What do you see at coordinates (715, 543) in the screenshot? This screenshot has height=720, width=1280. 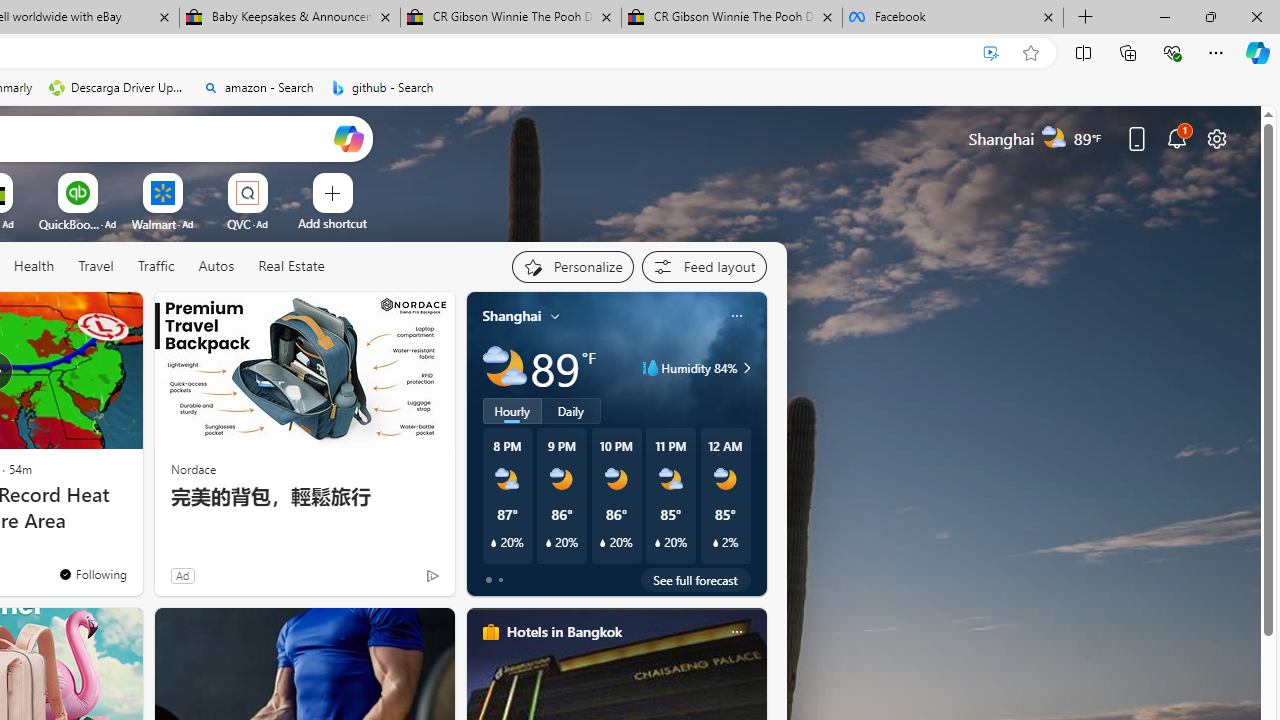 I see `'Class: weather-current-precipitation-glyph'` at bounding box center [715, 543].